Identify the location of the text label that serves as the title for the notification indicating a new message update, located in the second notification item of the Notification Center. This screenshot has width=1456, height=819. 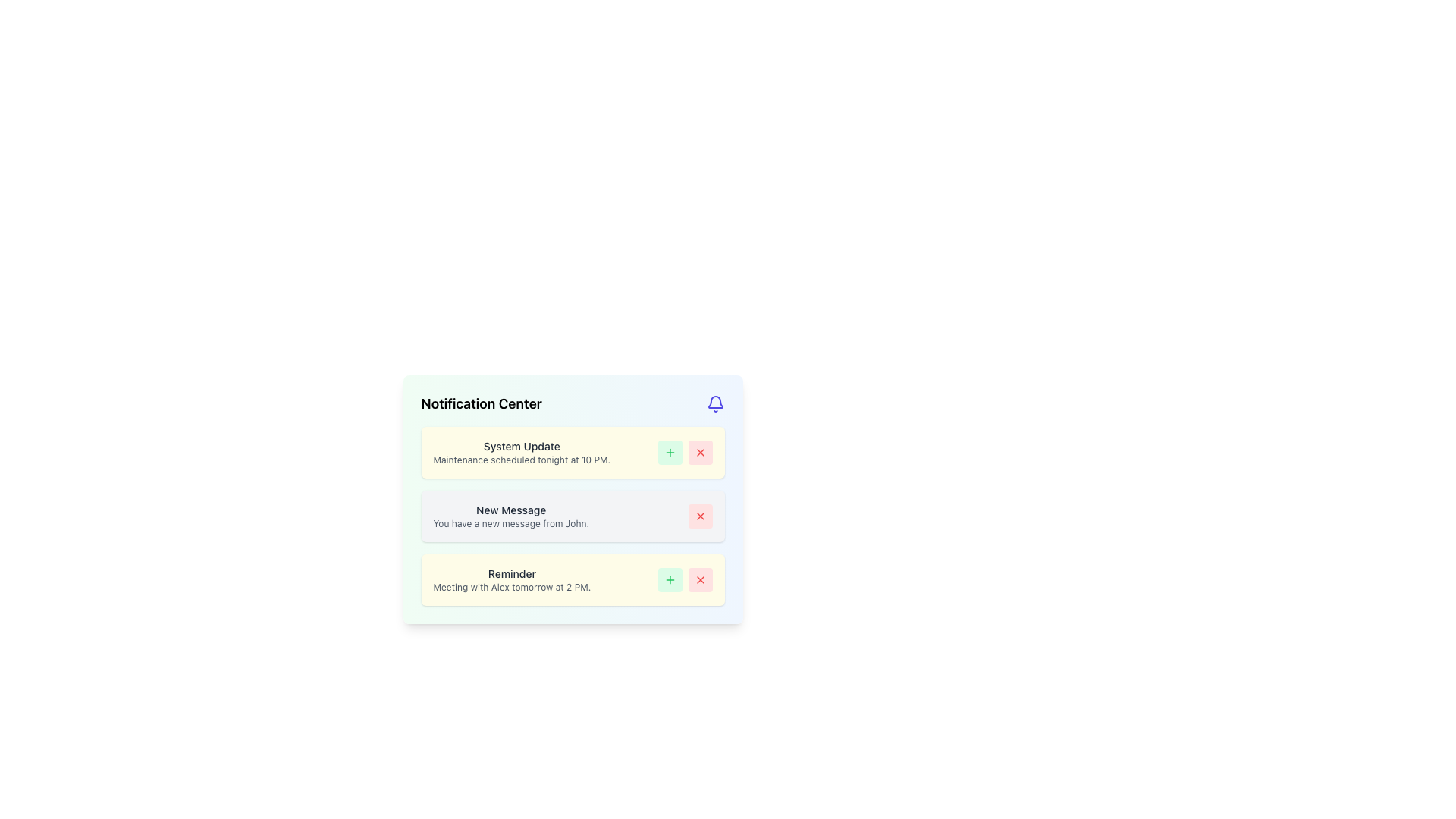
(511, 510).